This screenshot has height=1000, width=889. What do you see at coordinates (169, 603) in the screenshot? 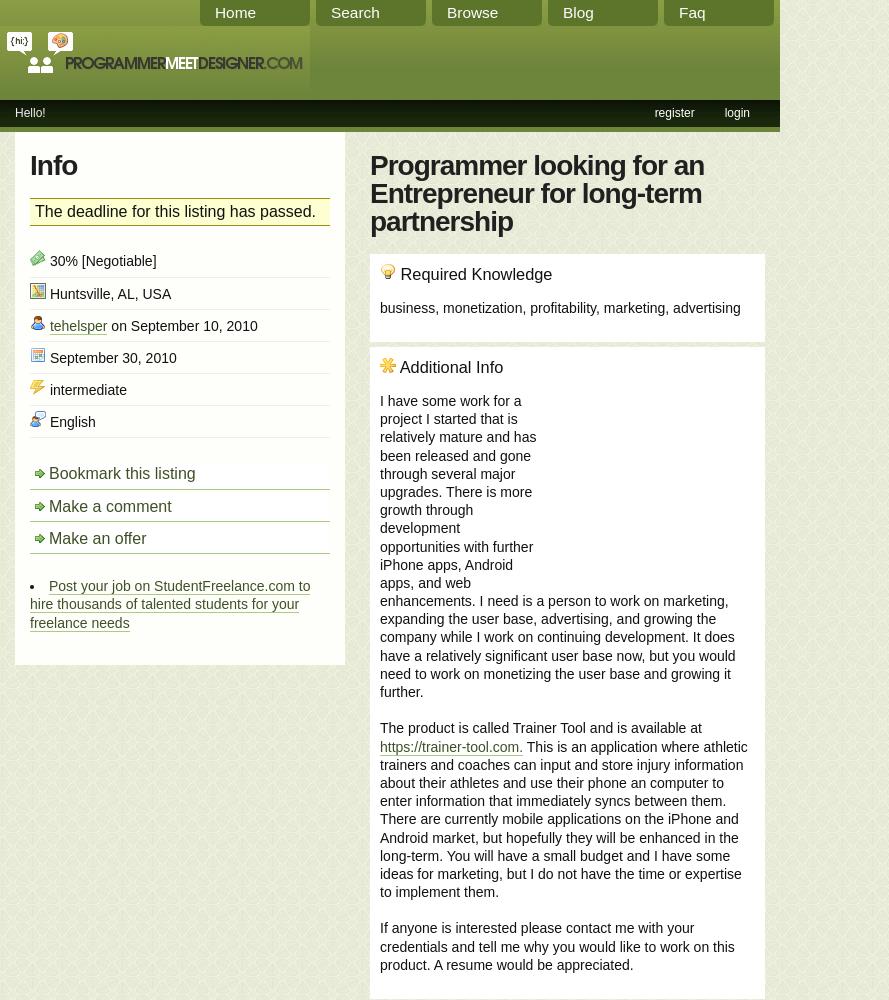
I see `'Post your job on StudentFreelance.com to hire thousands of talented students for  your freelance needs'` at bounding box center [169, 603].